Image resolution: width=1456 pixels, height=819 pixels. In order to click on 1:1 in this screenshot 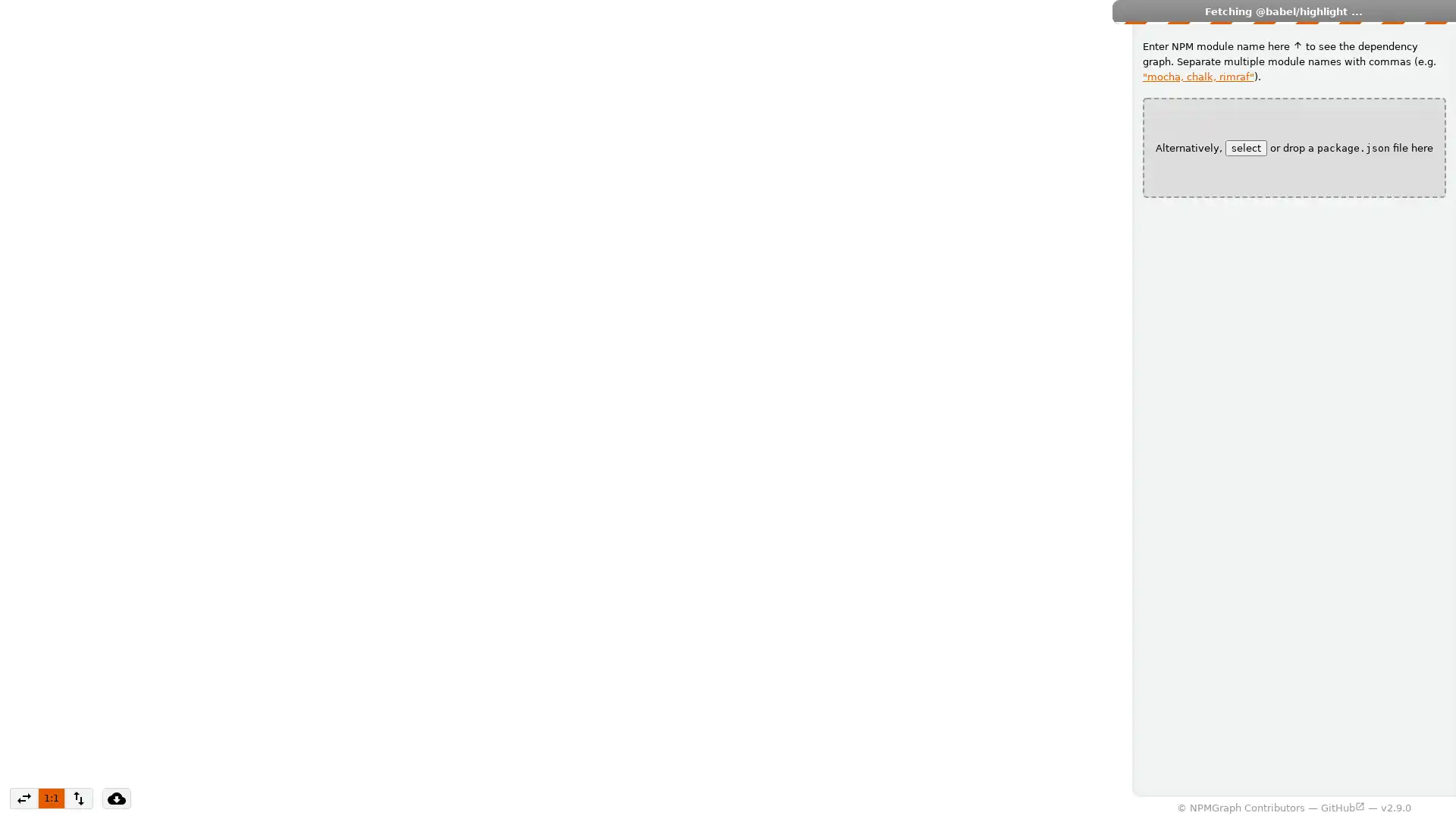, I will do `click(51, 797)`.